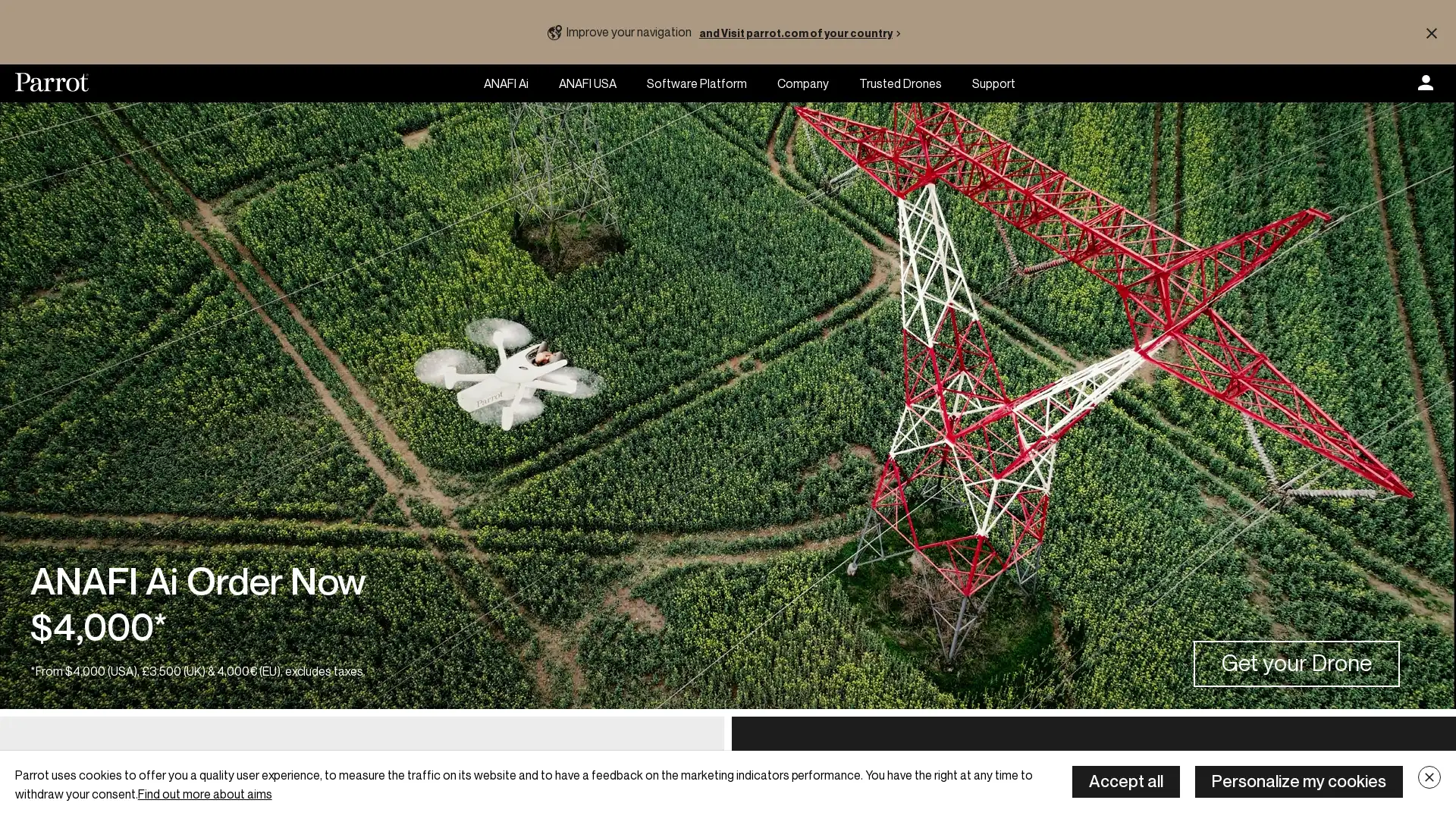 This screenshot has width=1456, height=819. I want to click on close not-good-shop-alert, so click(1430, 32).